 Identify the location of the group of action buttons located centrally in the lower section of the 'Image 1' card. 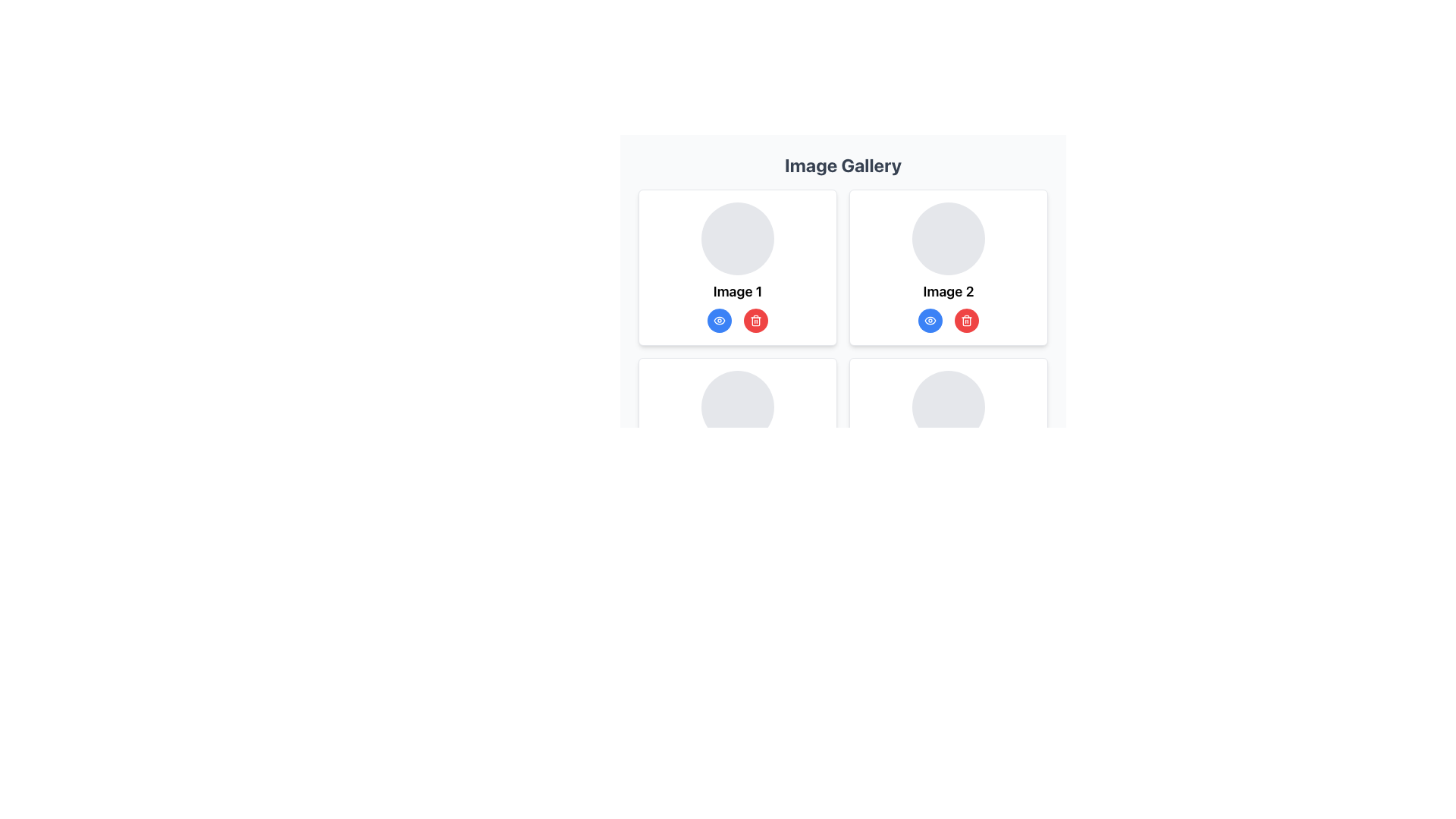
(738, 320).